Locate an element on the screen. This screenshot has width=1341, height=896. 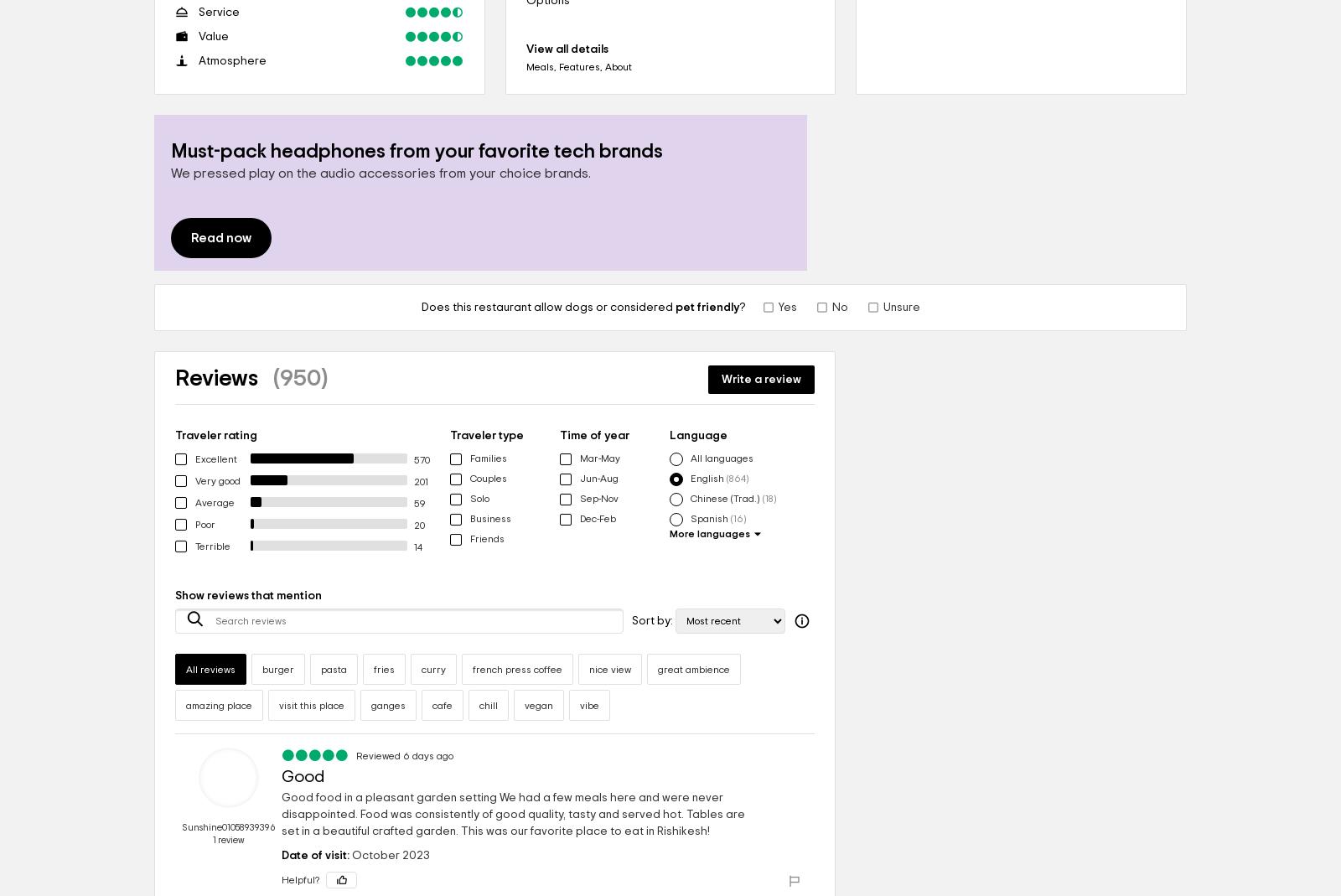
'Write a review' is located at coordinates (760, 379).